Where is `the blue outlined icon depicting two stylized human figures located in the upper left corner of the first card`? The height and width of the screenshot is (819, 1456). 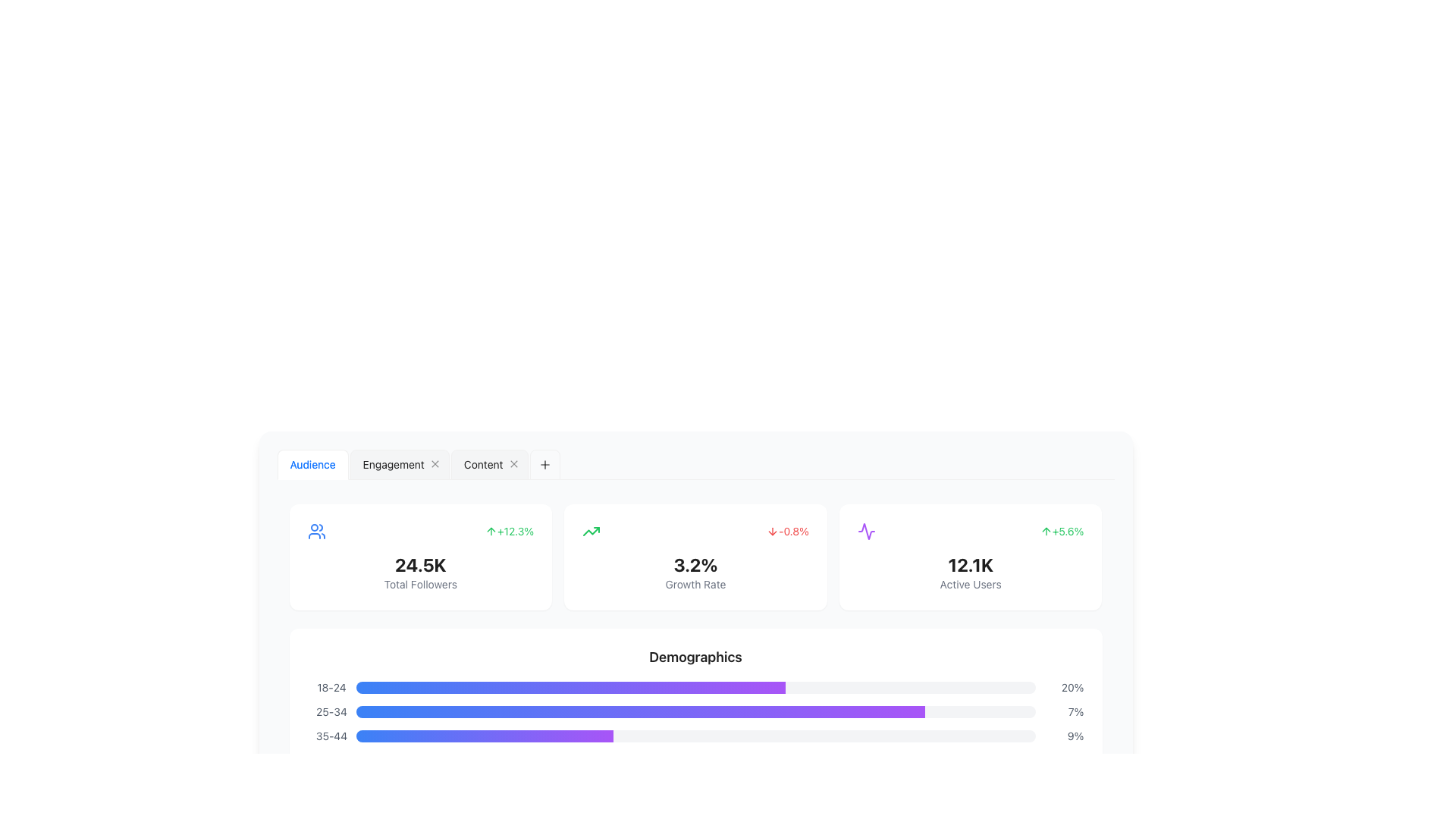 the blue outlined icon depicting two stylized human figures located in the upper left corner of the first card is located at coordinates (315, 531).